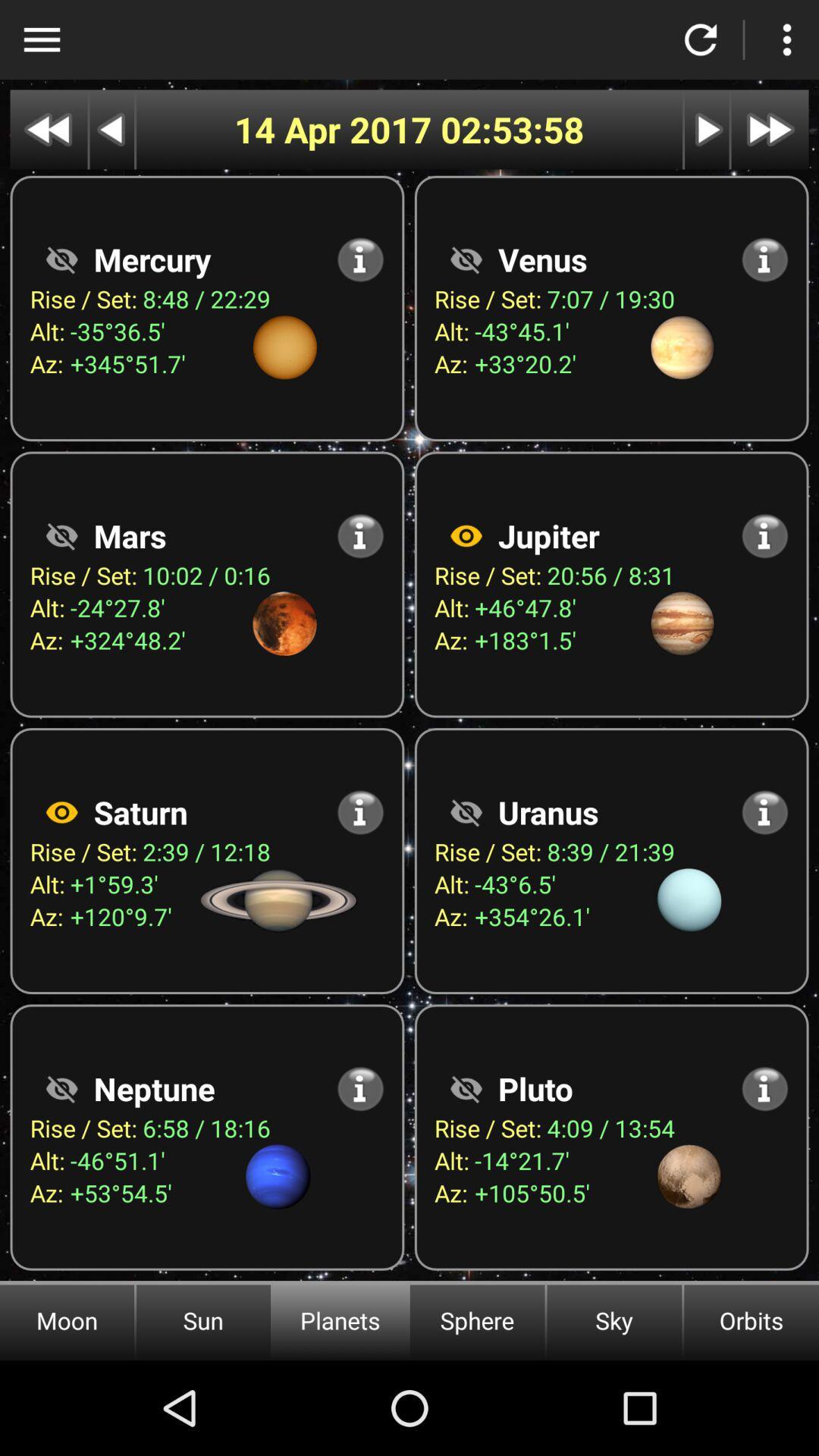  I want to click on hide tab, so click(61, 259).